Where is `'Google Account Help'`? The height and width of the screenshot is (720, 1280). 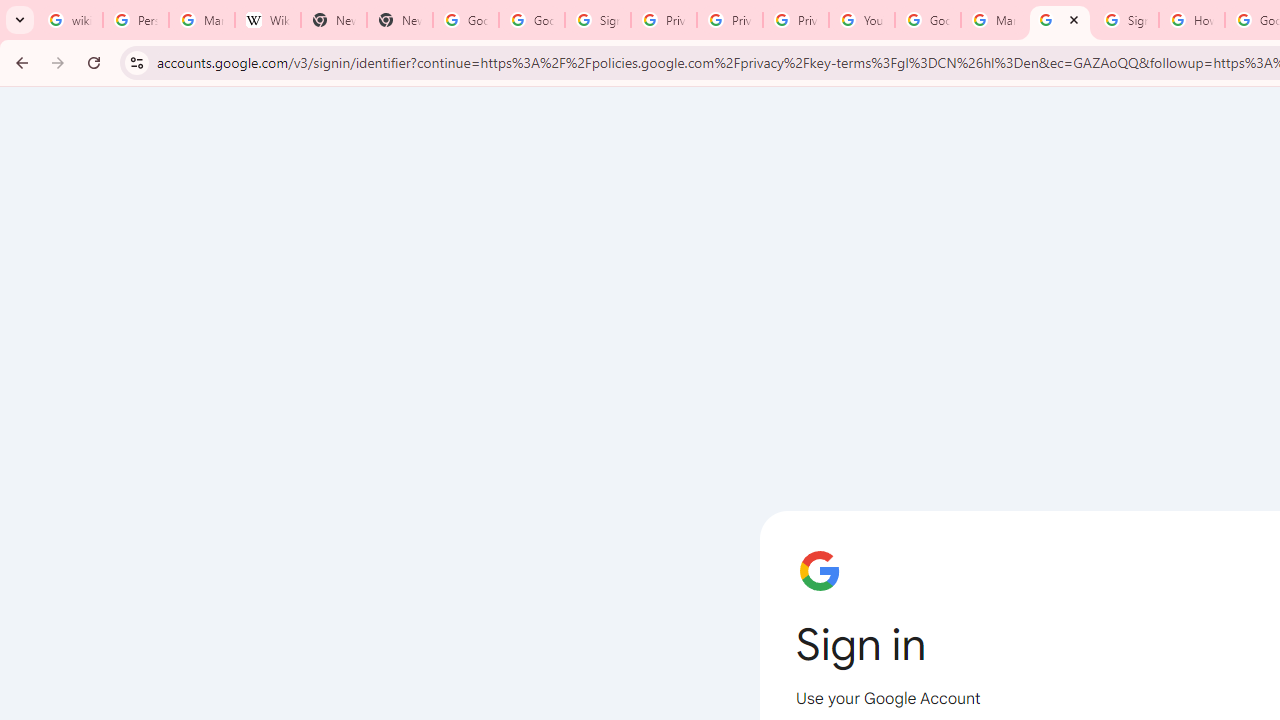
'Google Account Help' is located at coordinates (927, 20).